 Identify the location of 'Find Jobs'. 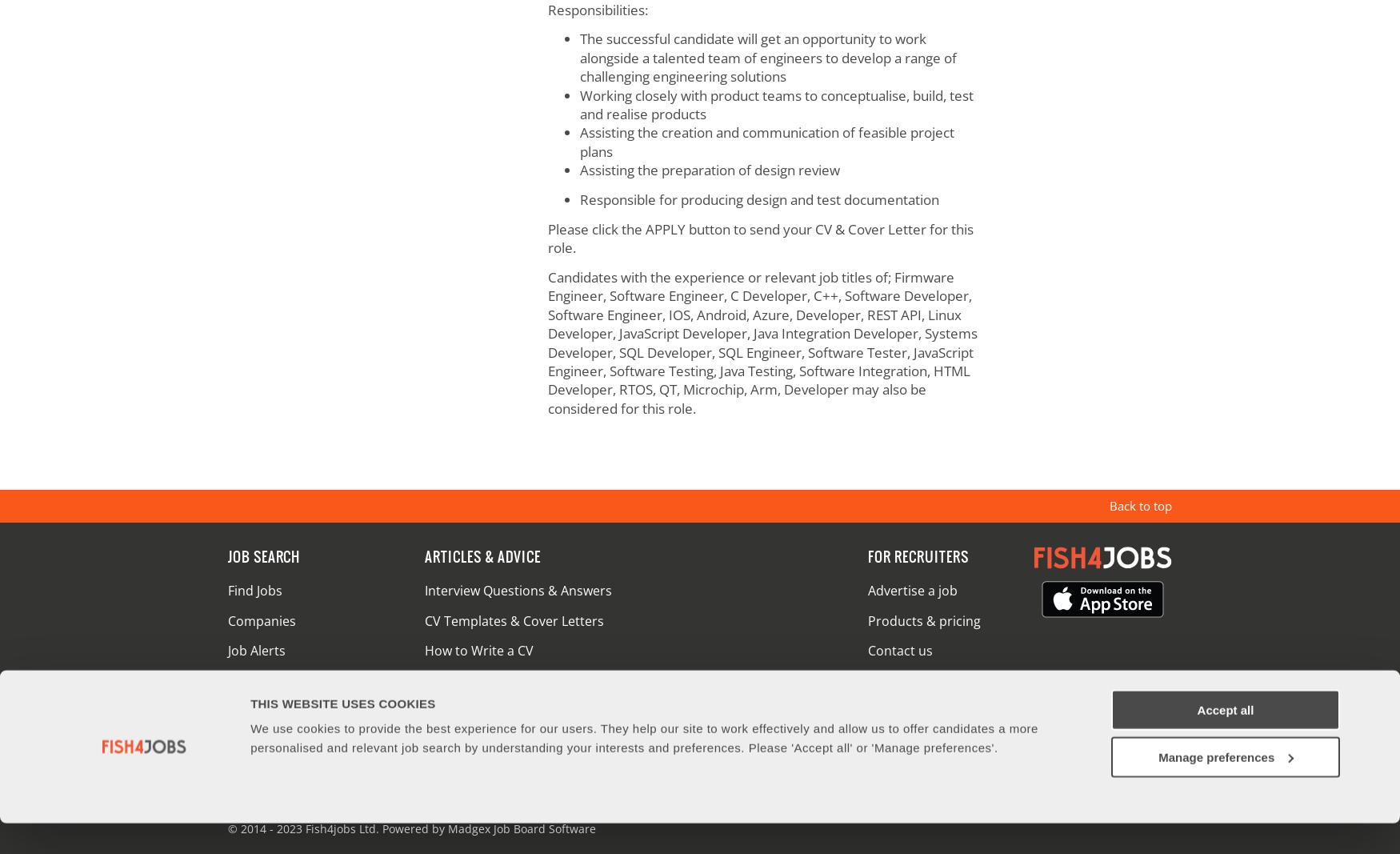
(255, 588).